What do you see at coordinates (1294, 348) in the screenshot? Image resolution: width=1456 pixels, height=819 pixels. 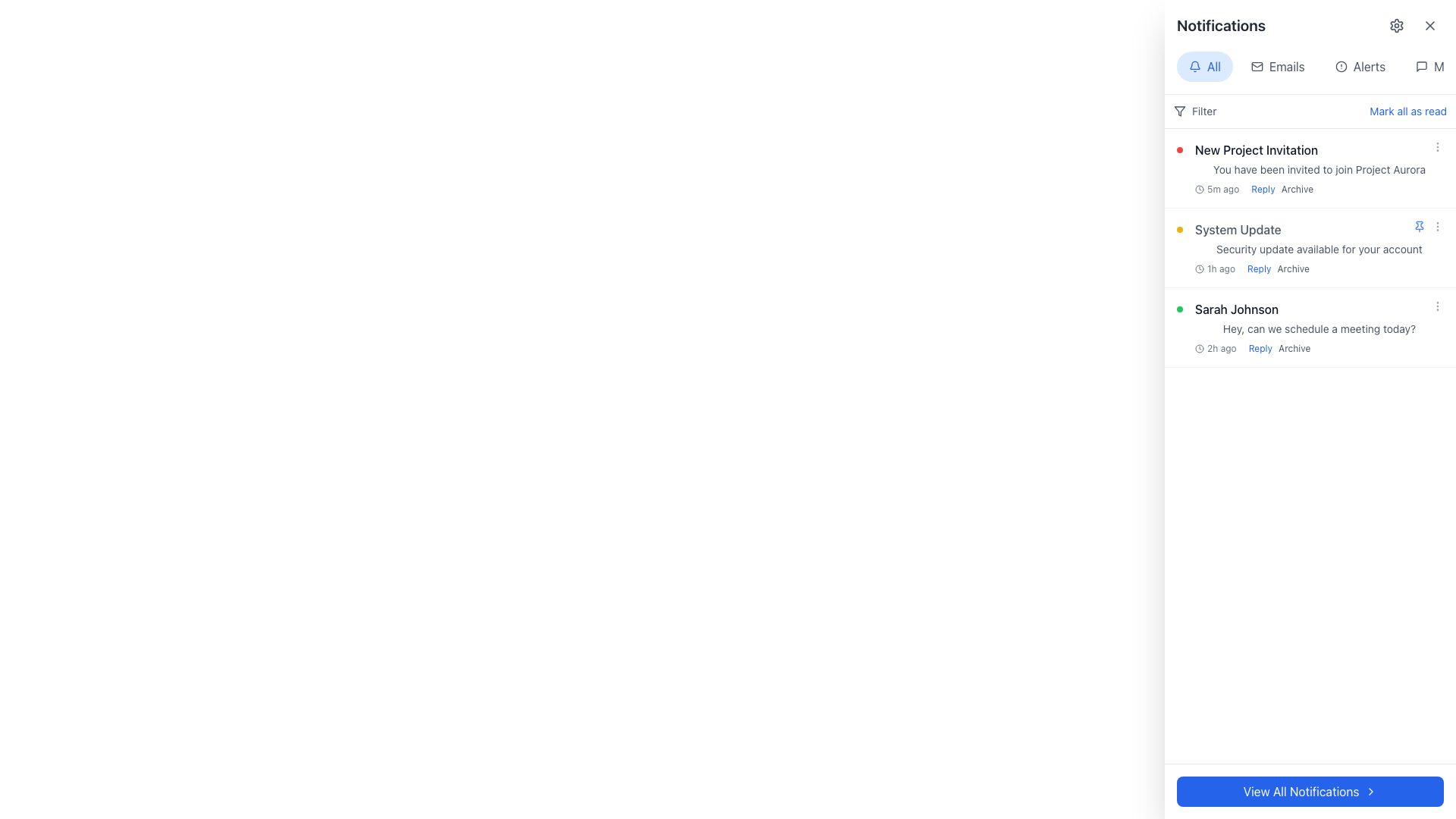 I see `the interactive text label that says 'Archive' located in the notifications list, specifically within the third notification item related to 'Sarah Johnson', to trigger a hover effect or tooltip` at bounding box center [1294, 348].